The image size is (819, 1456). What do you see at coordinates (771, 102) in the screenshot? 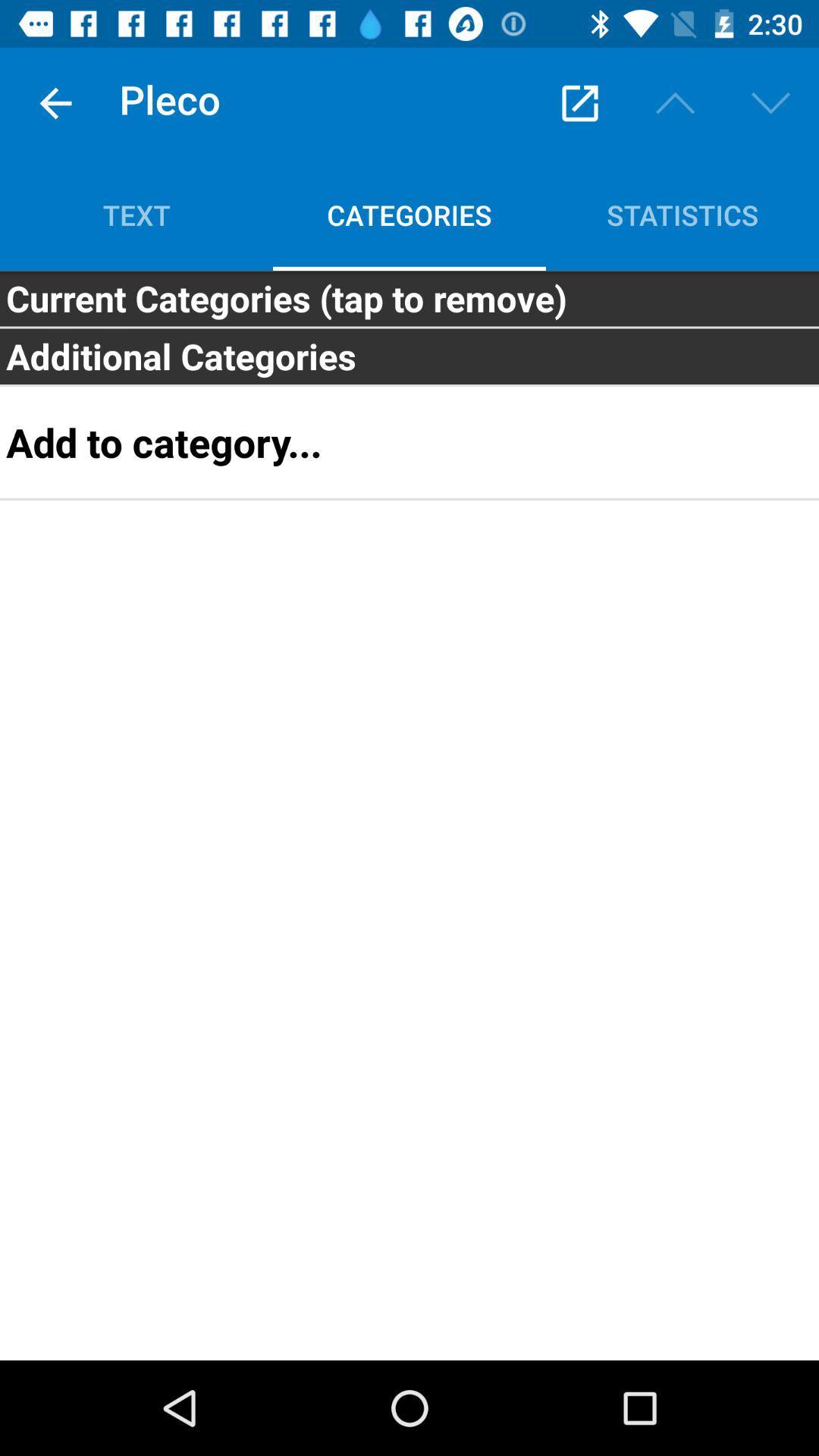
I see `the icon above statistics icon` at bounding box center [771, 102].